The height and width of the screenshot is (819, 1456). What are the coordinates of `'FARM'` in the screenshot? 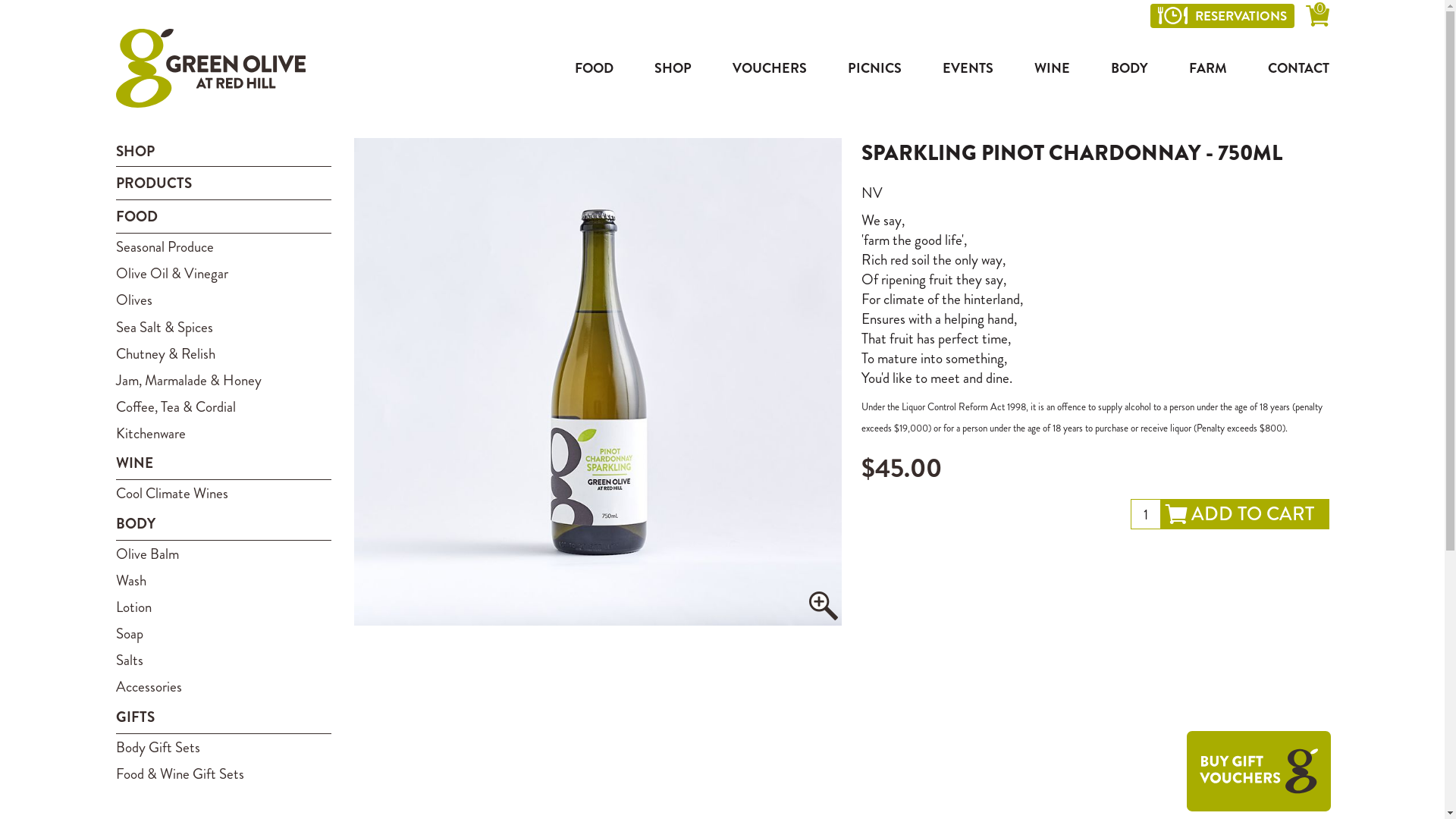 It's located at (1207, 67).